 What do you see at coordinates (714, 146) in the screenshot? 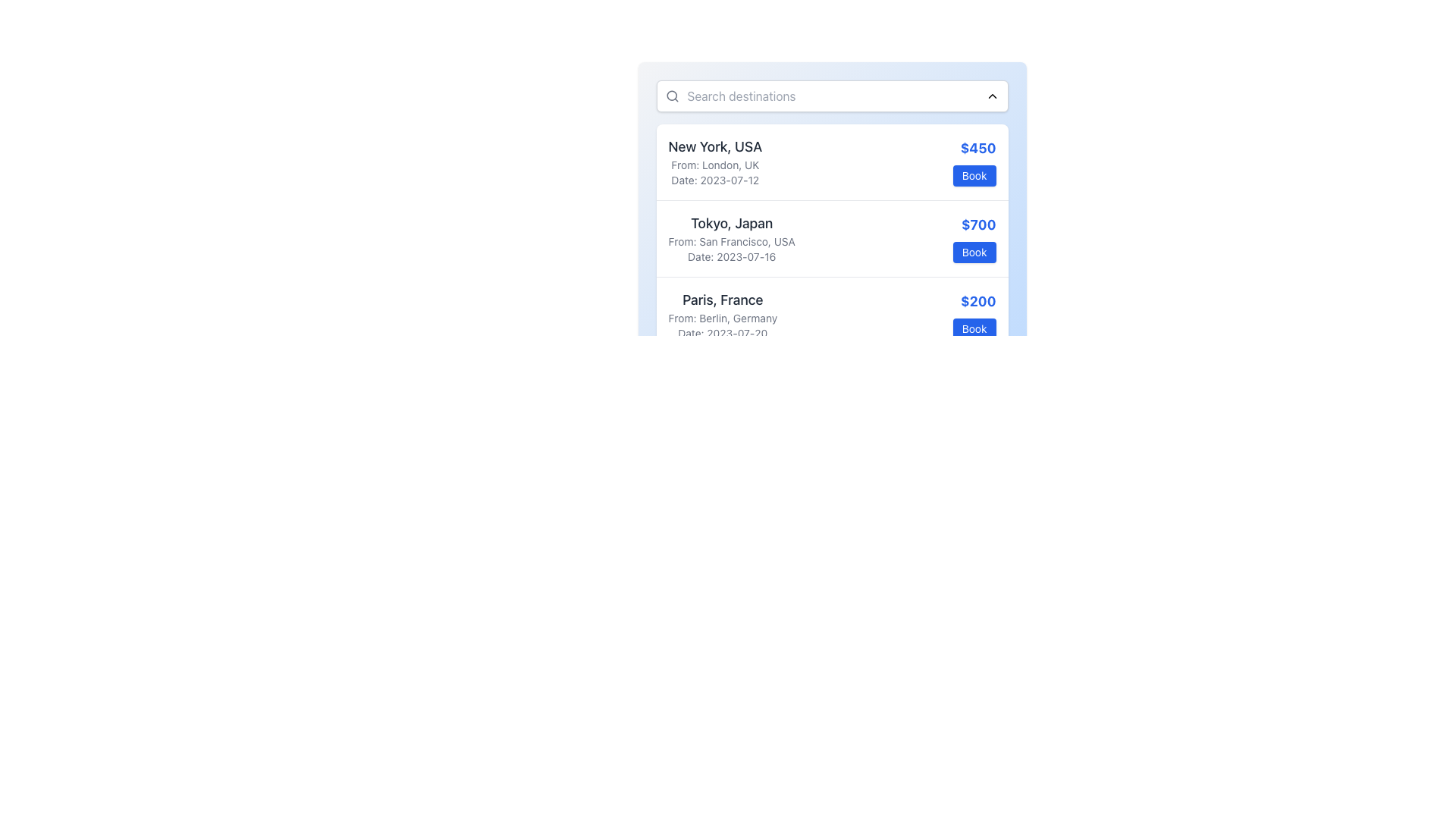
I see `the Text Label displaying 'New York, USA', which is positioned in the top-left corner of the listing, above 'From: London, UK' and 'Date: 2023-07-12'` at bounding box center [714, 146].